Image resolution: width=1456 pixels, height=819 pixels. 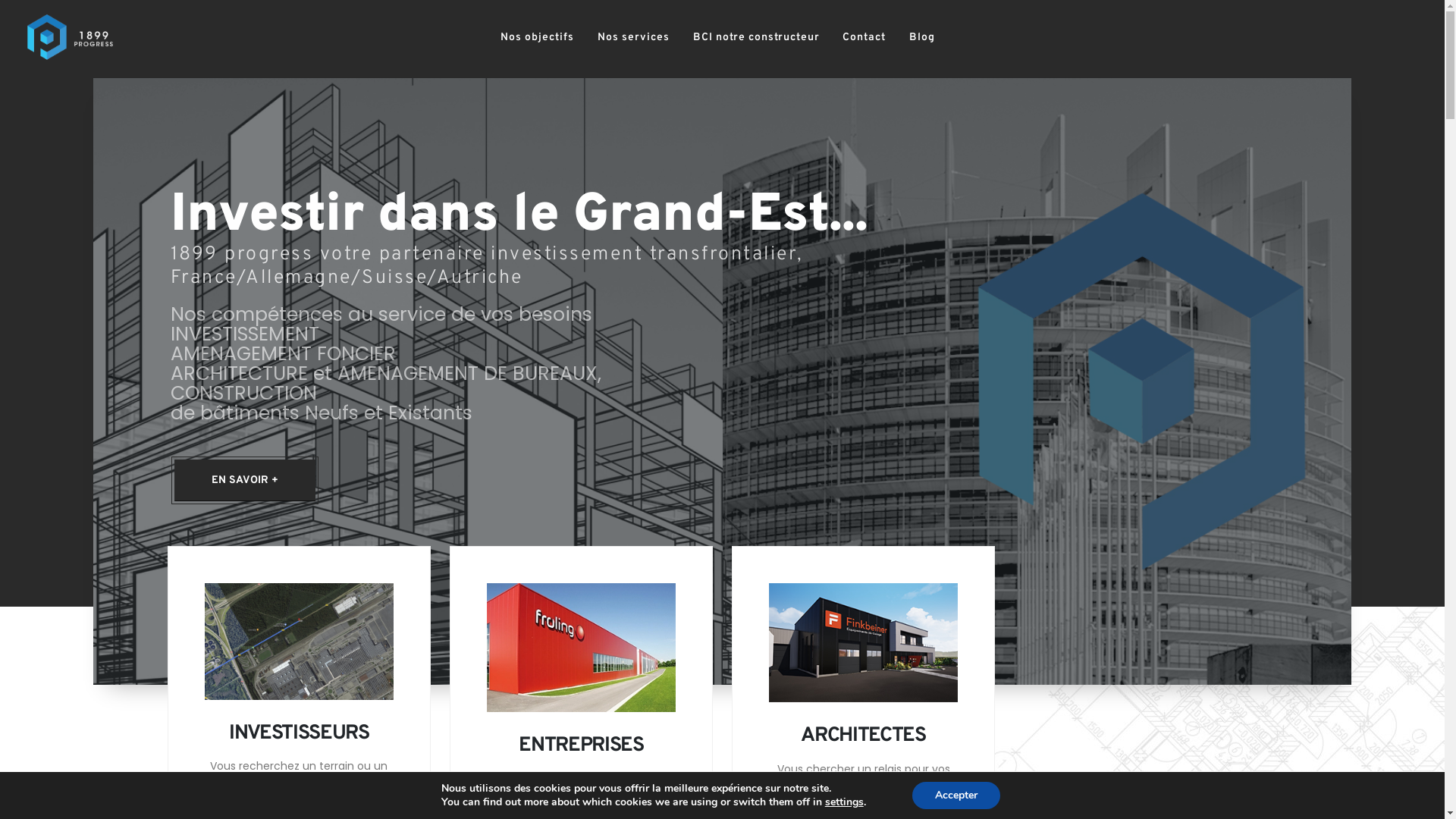 I want to click on 'Nos services', so click(x=633, y=37).